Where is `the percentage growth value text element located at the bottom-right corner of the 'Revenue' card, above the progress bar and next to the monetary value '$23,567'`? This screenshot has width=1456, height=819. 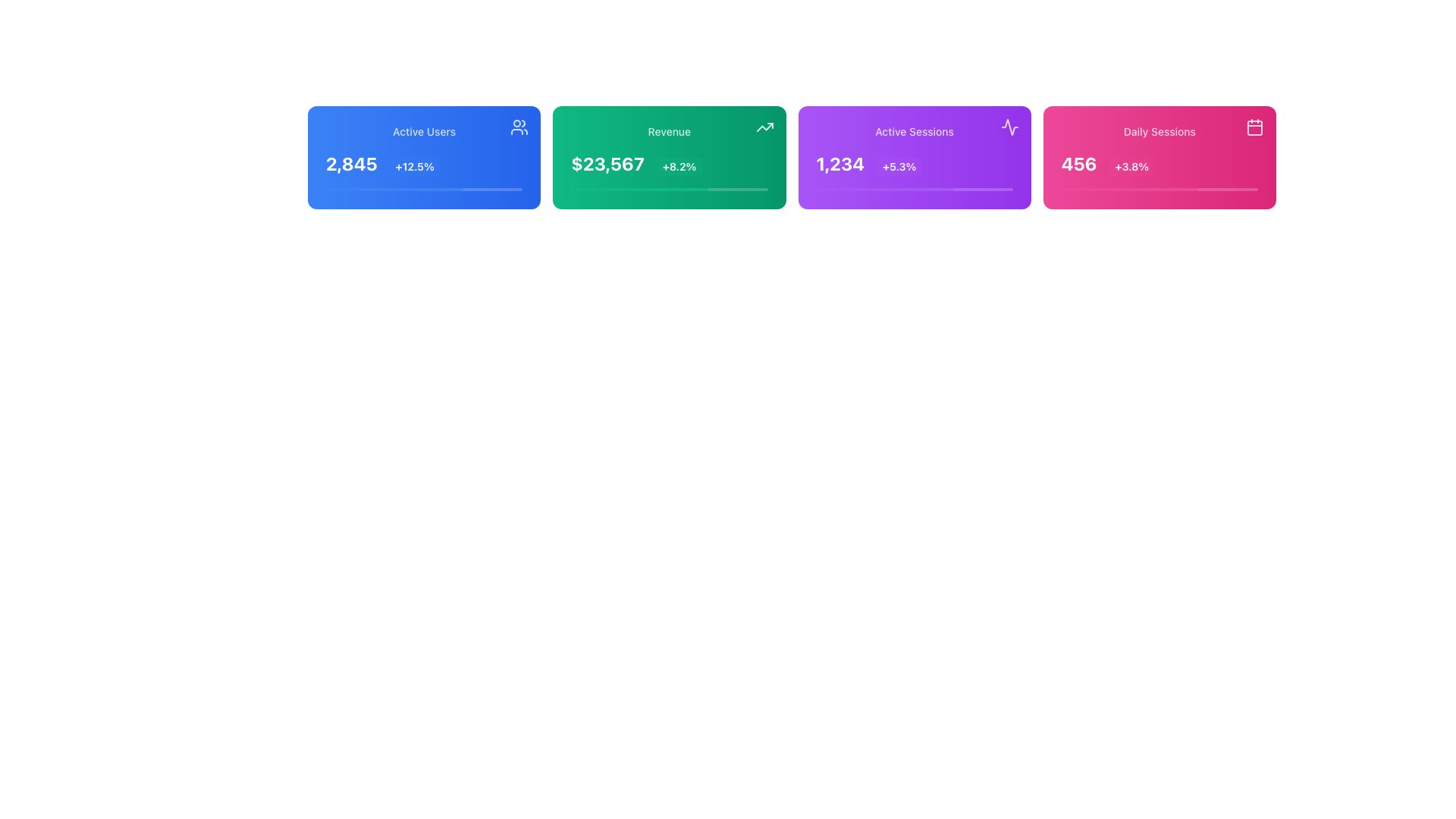 the percentage growth value text element located at the bottom-right corner of the 'Revenue' card, above the progress bar and next to the monetary value '$23,567' is located at coordinates (668, 158).